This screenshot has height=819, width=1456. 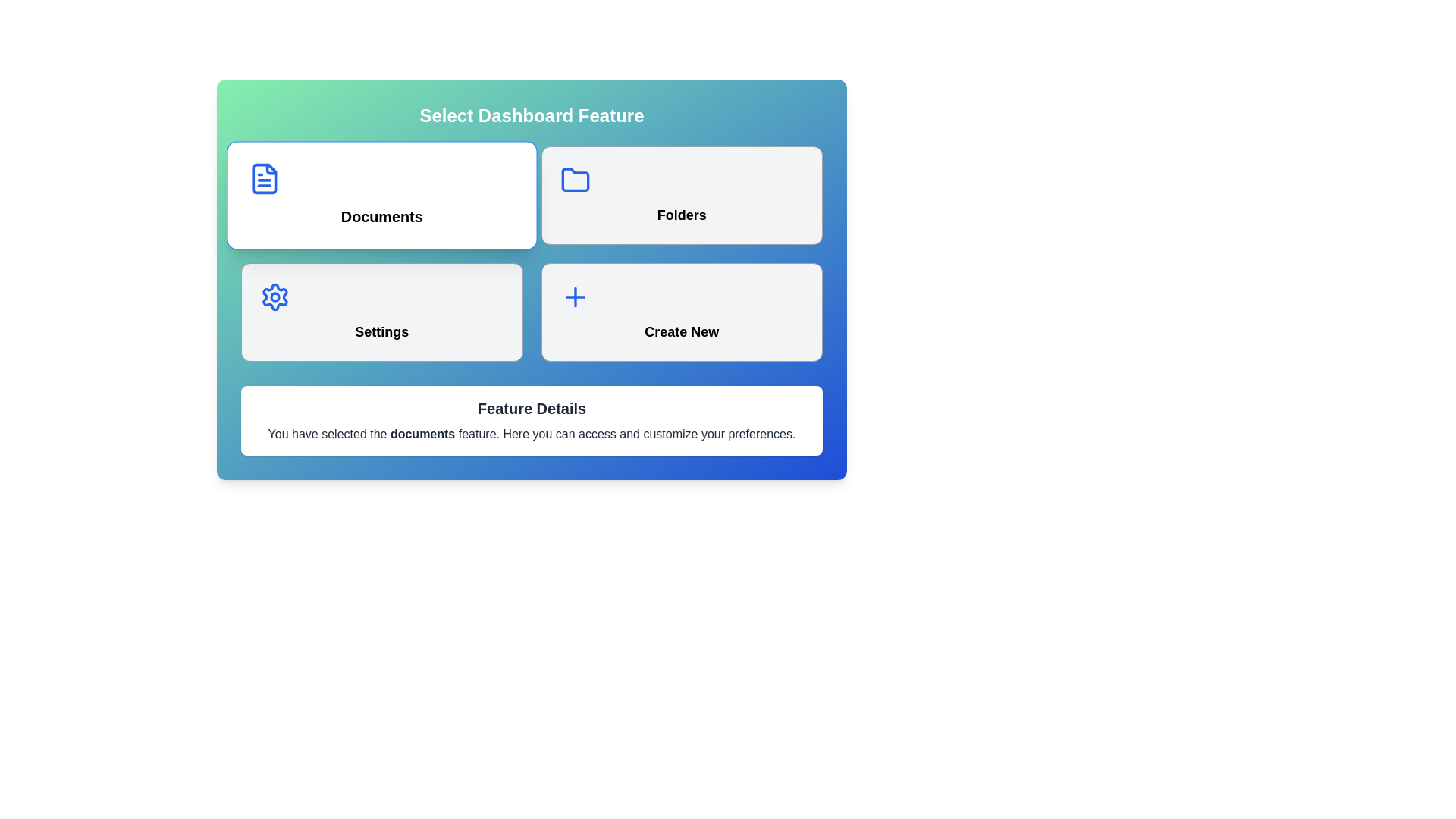 I want to click on the 'Documents' icon located on the top-left side of the grid layout of the dashboard interface, so click(x=264, y=177).